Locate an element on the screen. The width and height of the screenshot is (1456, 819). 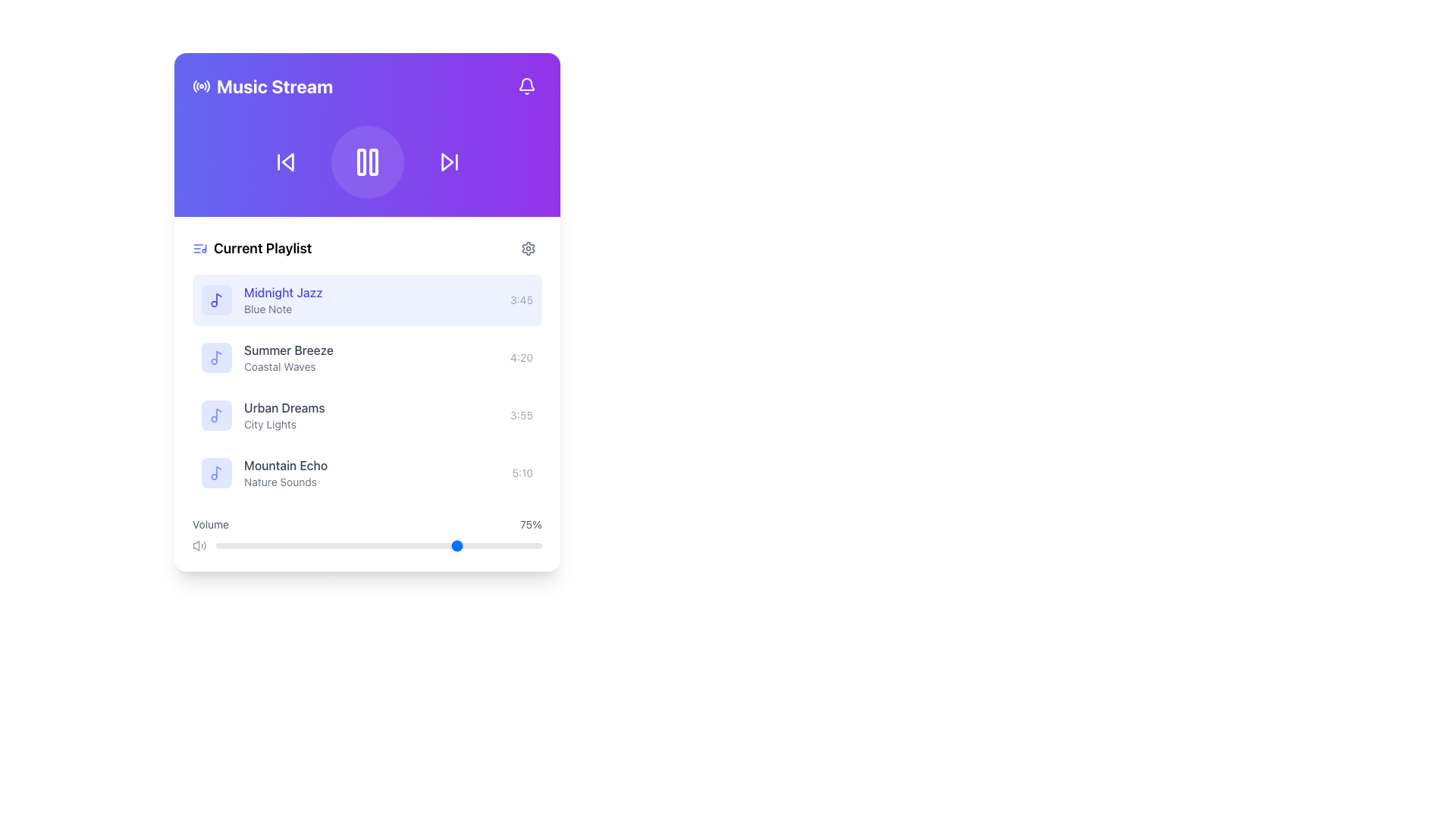
the decorative icon representing the music track 'Urban Dreams' located at the beginning of the third music item in the 'Current Playlist' section is located at coordinates (216, 415).